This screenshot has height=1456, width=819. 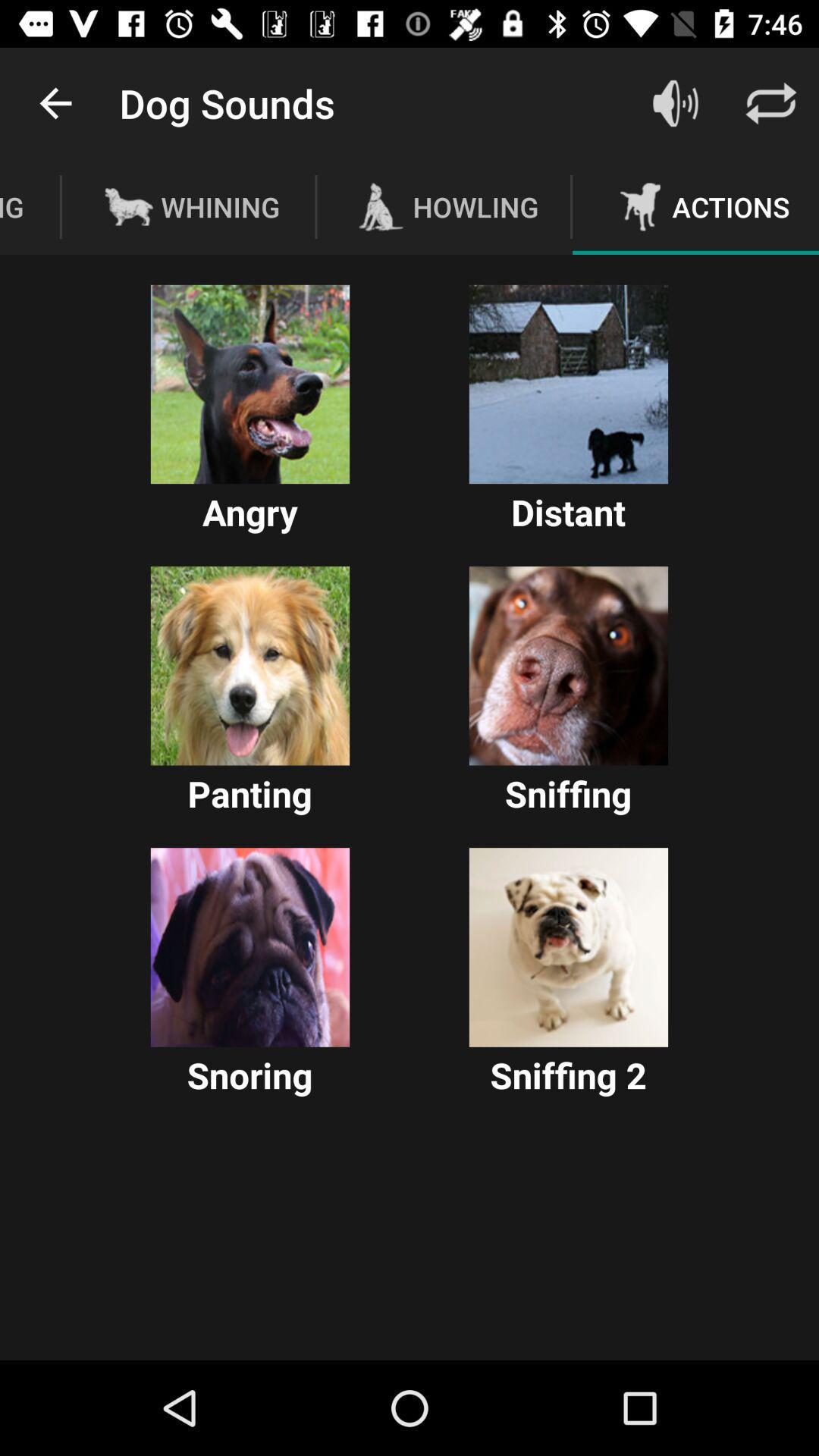 I want to click on enable option, so click(x=568, y=384).